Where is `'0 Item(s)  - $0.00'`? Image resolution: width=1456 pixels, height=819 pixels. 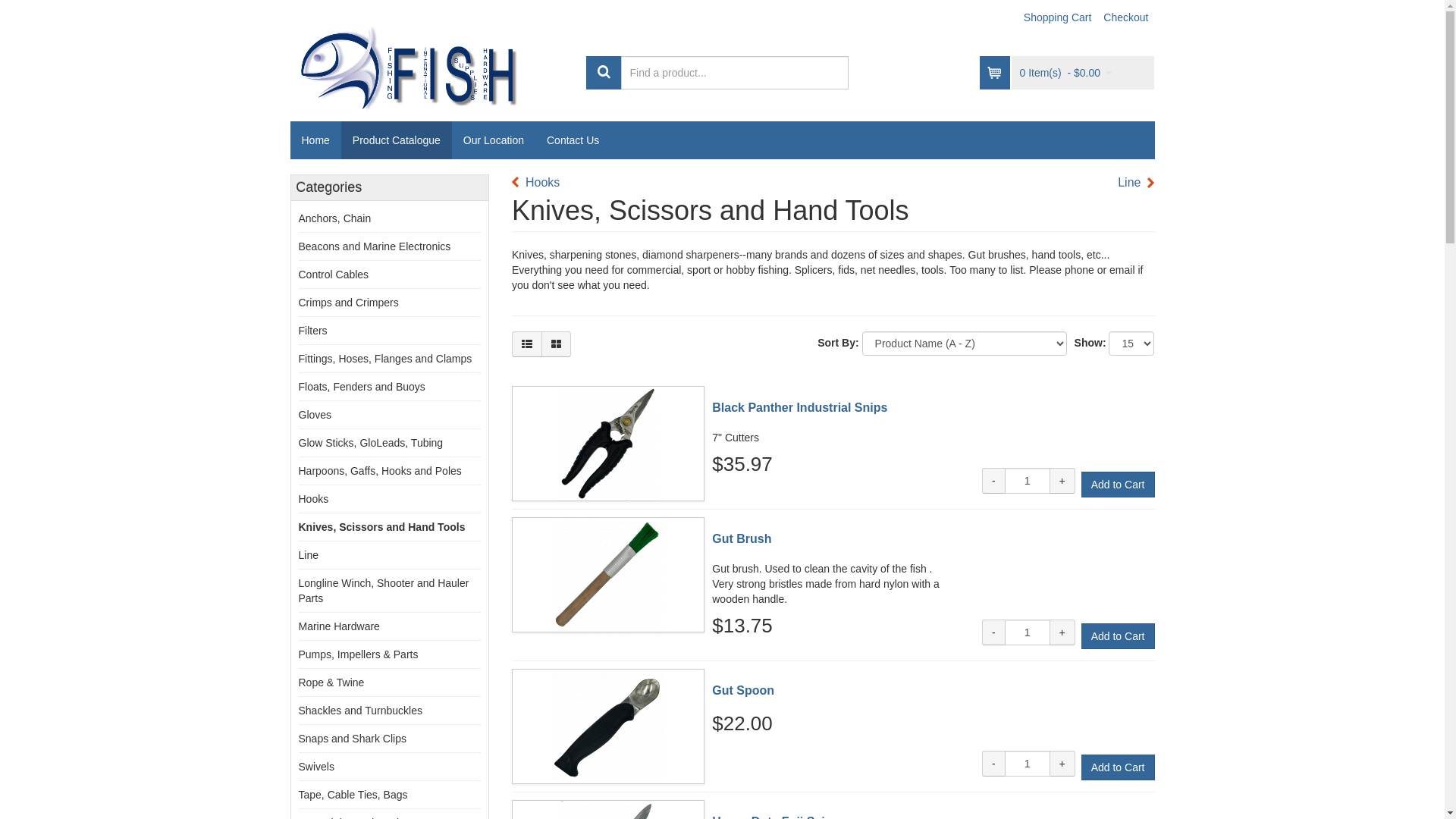 '0 Item(s)  - $0.00' is located at coordinates (1065, 73).